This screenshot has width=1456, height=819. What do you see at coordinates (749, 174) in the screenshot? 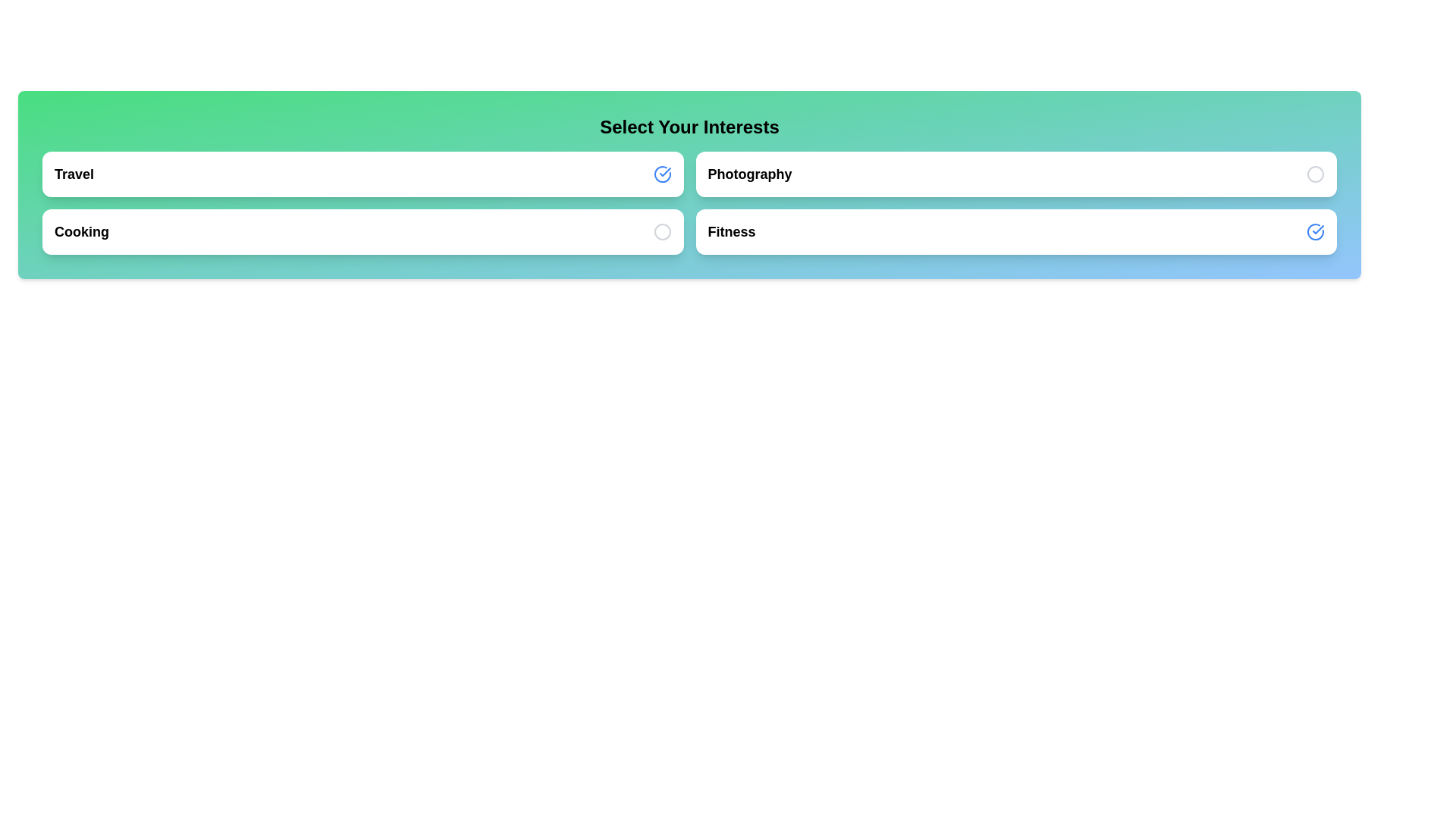
I see `the text label of Photography` at bounding box center [749, 174].